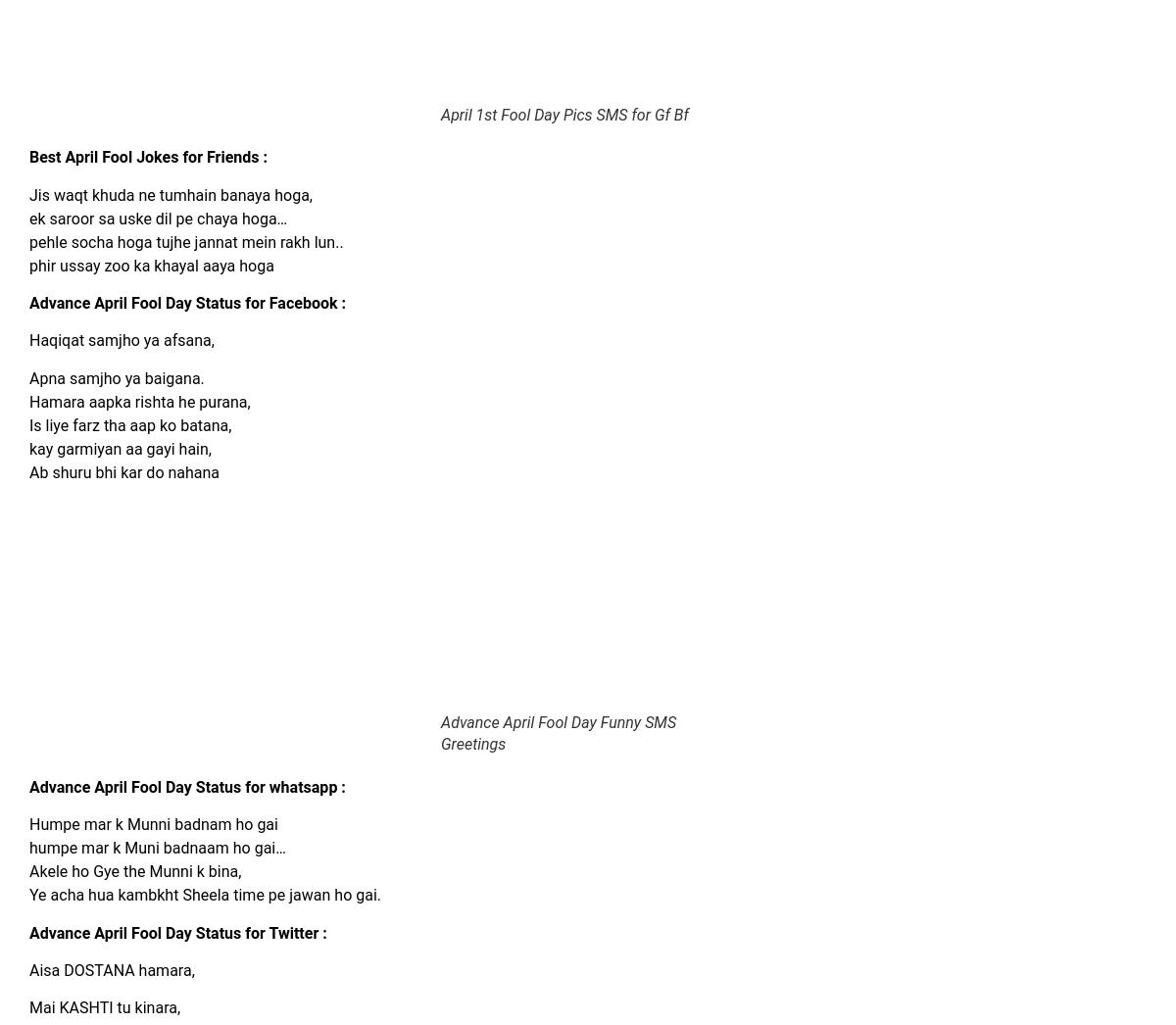 The width and height of the screenshot is (1176, 1025). I want to click on 'Mai KASHTI tu kinara,', so click(106, 1007).